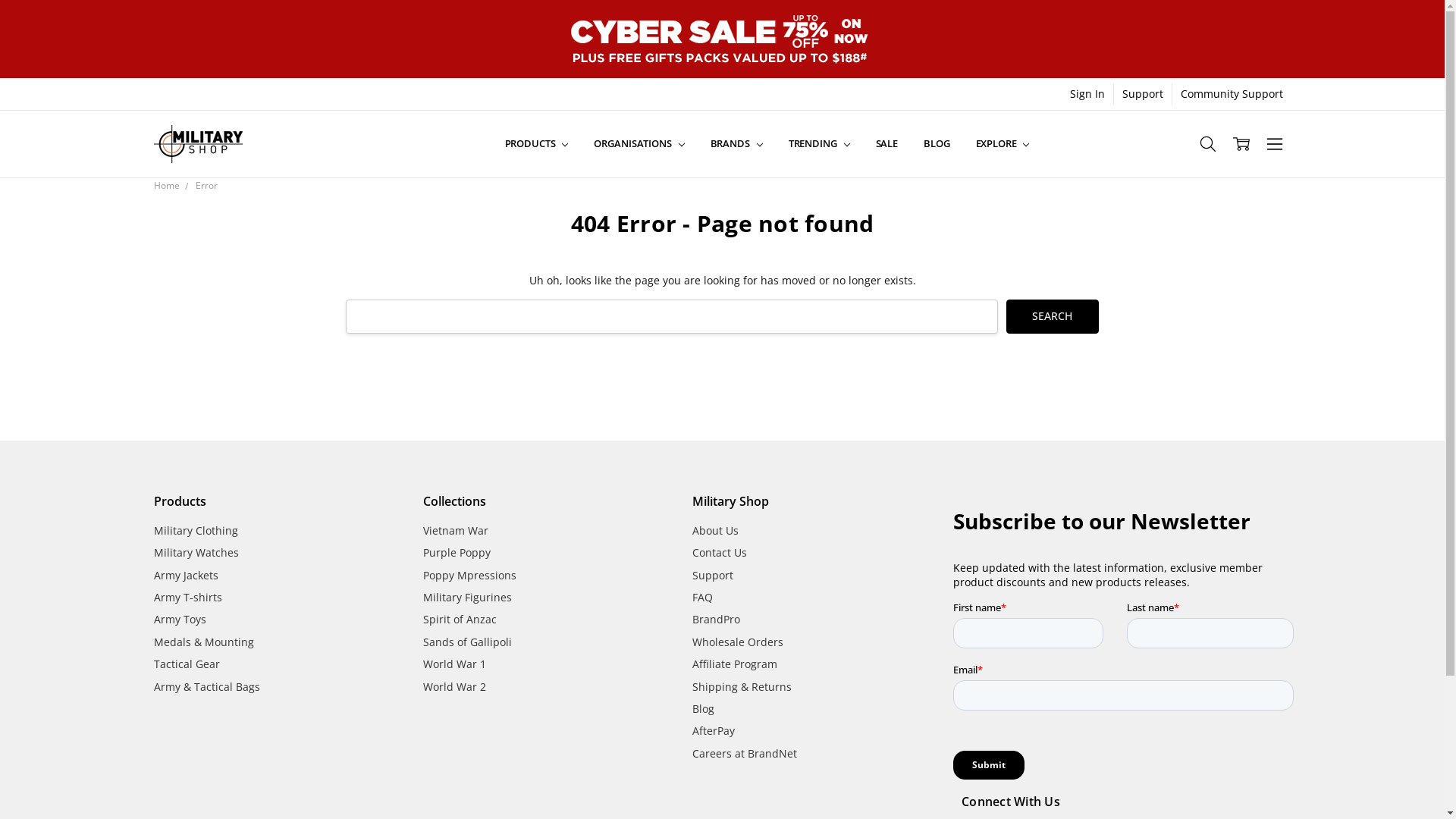 The height and width of the screenshot is (819, 1456). What do you see at coordinates (691, 753) in the screenshot?
I see `'Careers at BrandNet'` at bounding box center [691, 753].